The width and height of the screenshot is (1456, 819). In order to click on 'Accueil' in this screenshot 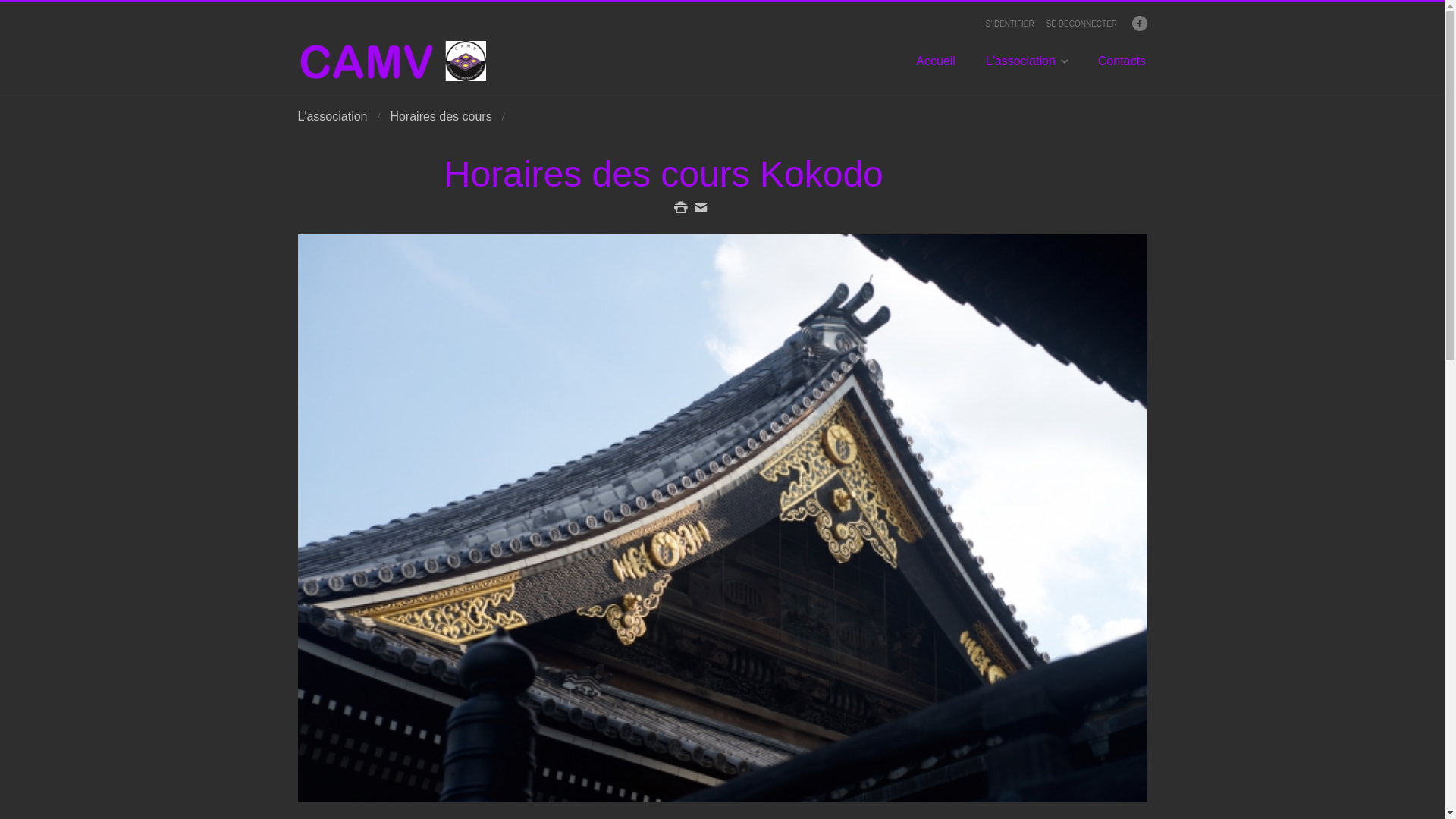, I will do `click(934, 67)`.